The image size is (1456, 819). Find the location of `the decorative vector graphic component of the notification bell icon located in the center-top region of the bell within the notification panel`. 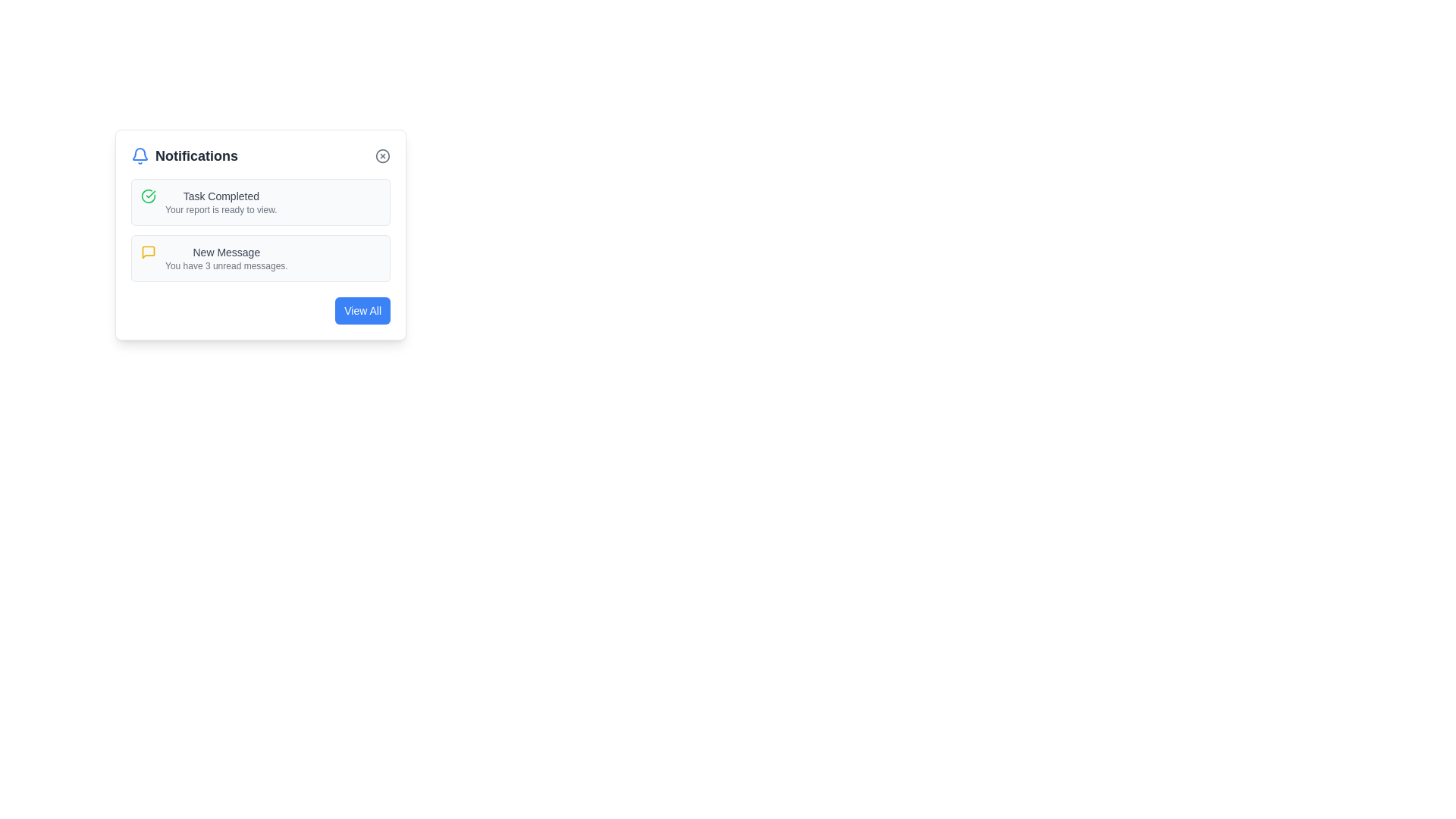

the decorative vector graphic component of the notification bell icon located in the center-top region of the bell within the notification panel is located at coordinates (140, 154).